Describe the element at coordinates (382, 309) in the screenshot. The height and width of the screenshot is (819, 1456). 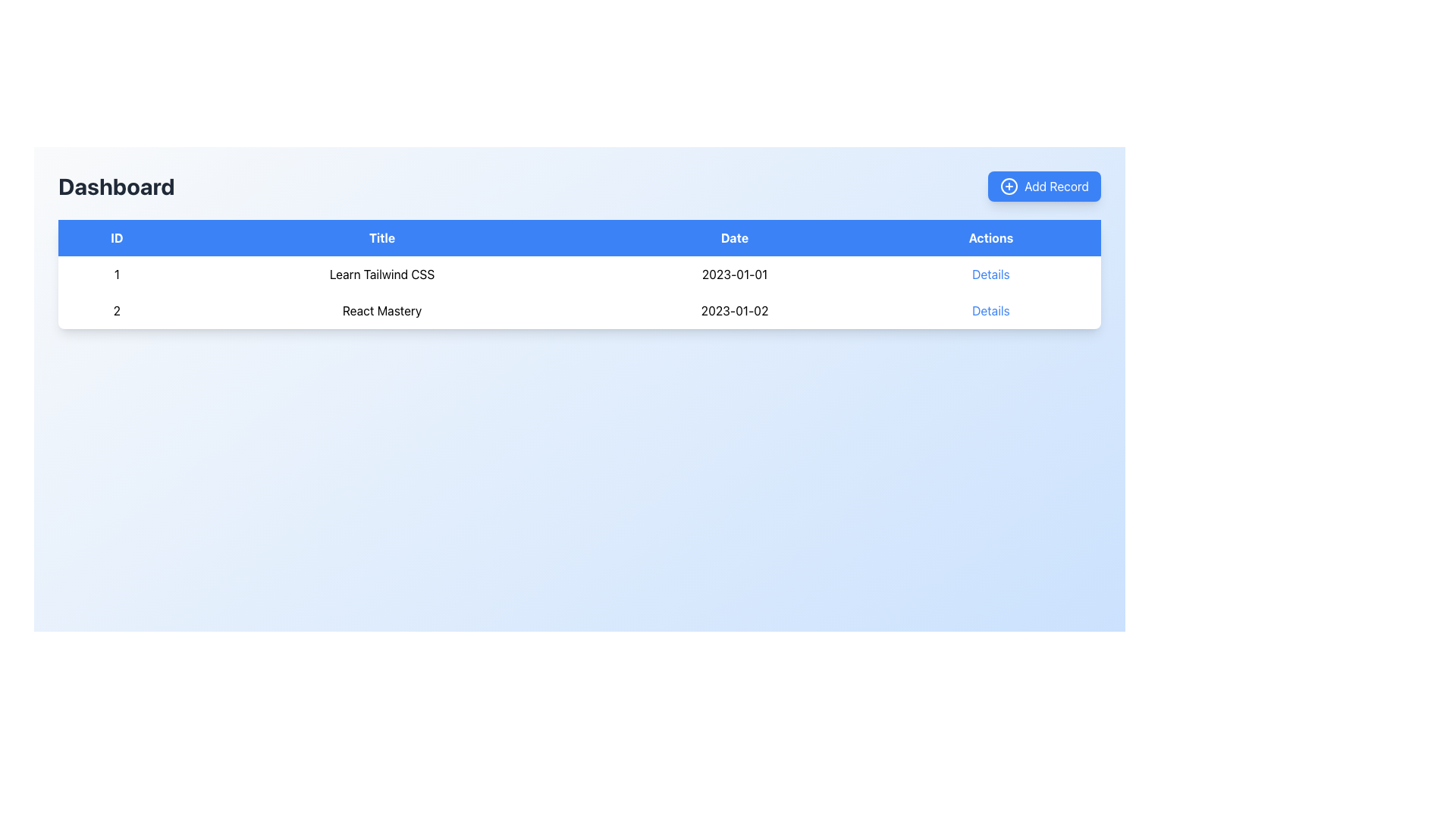
I see `text 'React Mastery' located in the second row under the 'Title' column of the table` at that location.